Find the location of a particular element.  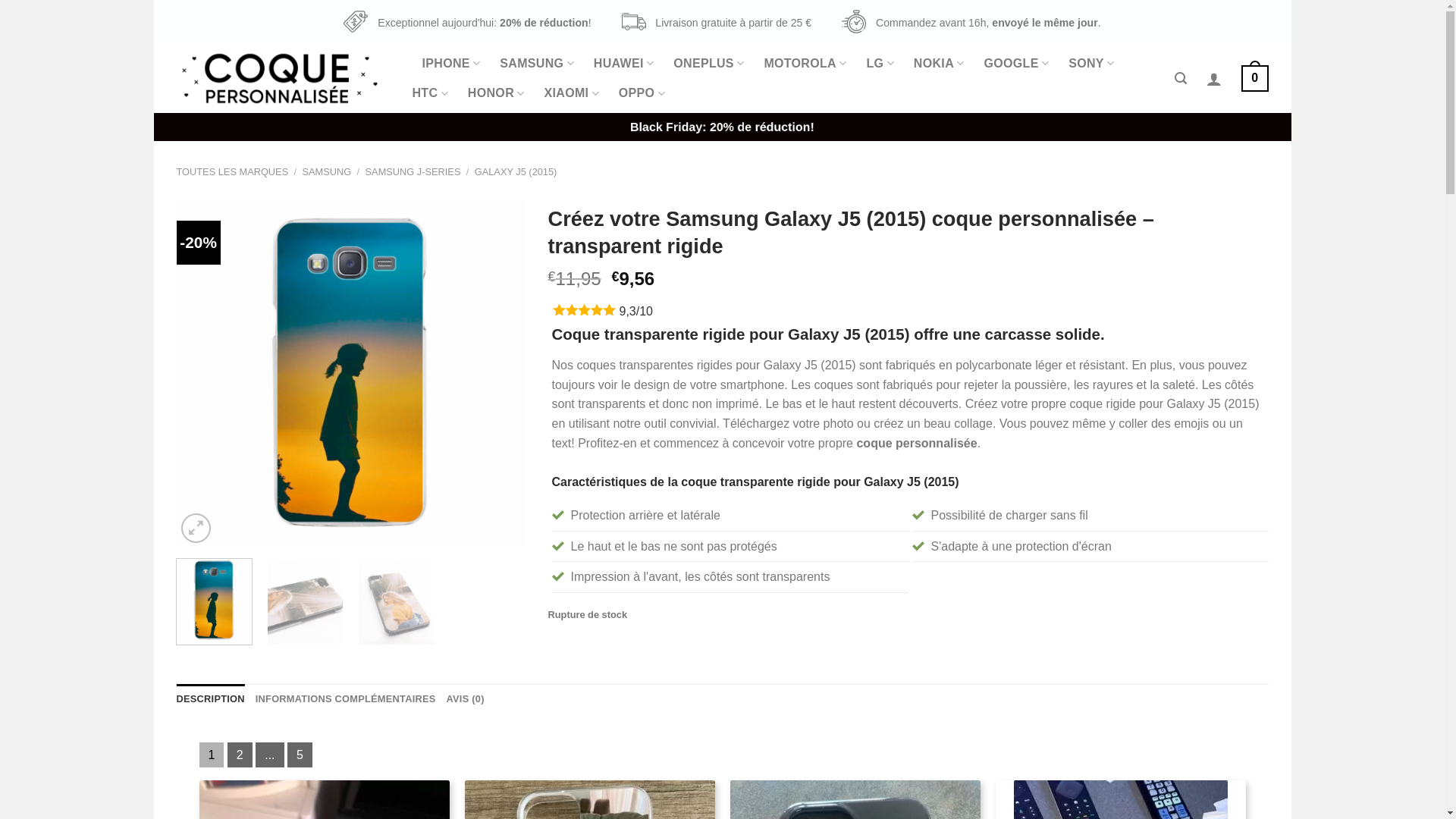

'HUAWEI' is located at coordinates (623, 62).